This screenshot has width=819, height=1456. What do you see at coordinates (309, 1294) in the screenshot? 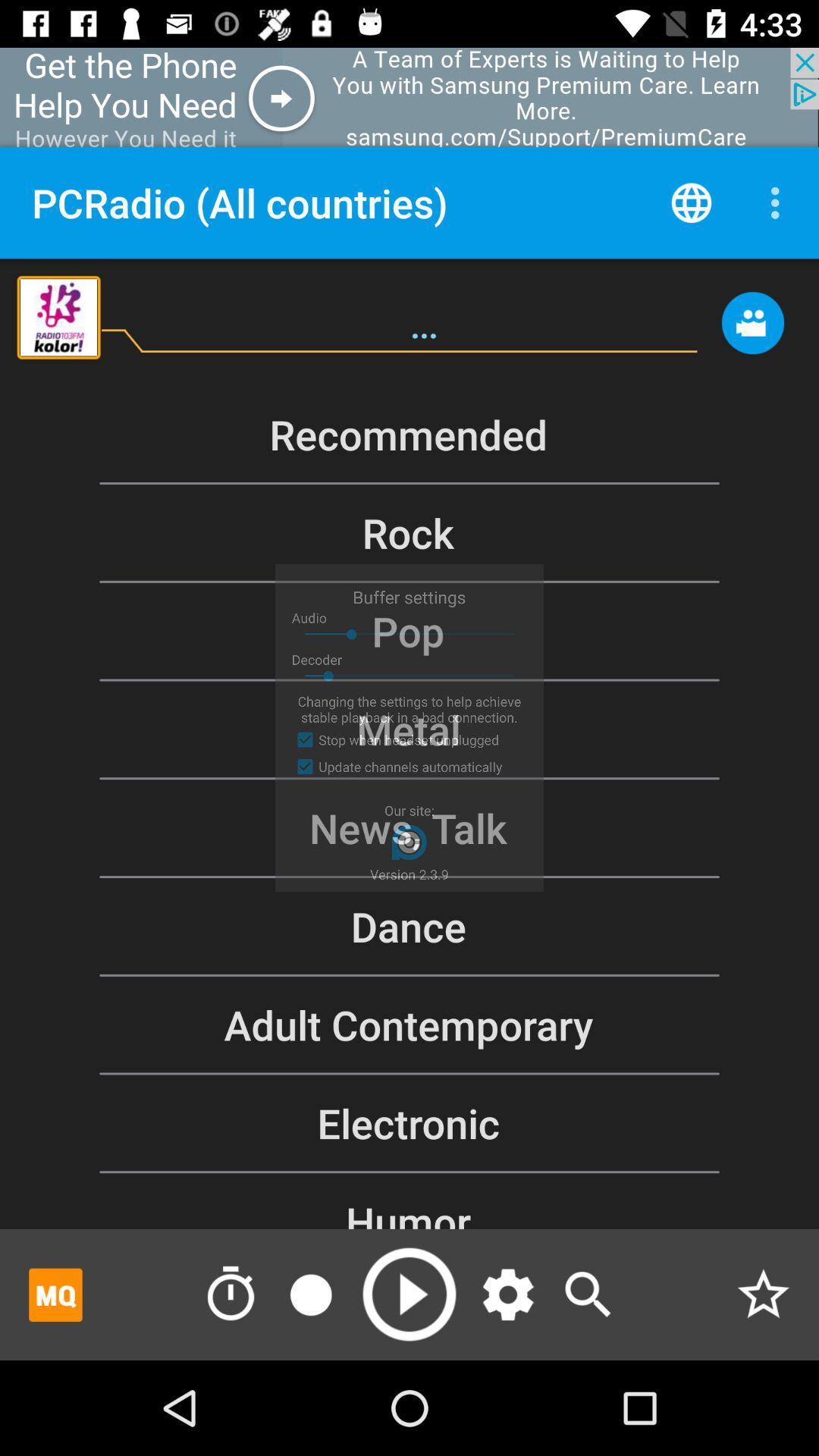
I see `pause option` at bounding box center [309, 1294].